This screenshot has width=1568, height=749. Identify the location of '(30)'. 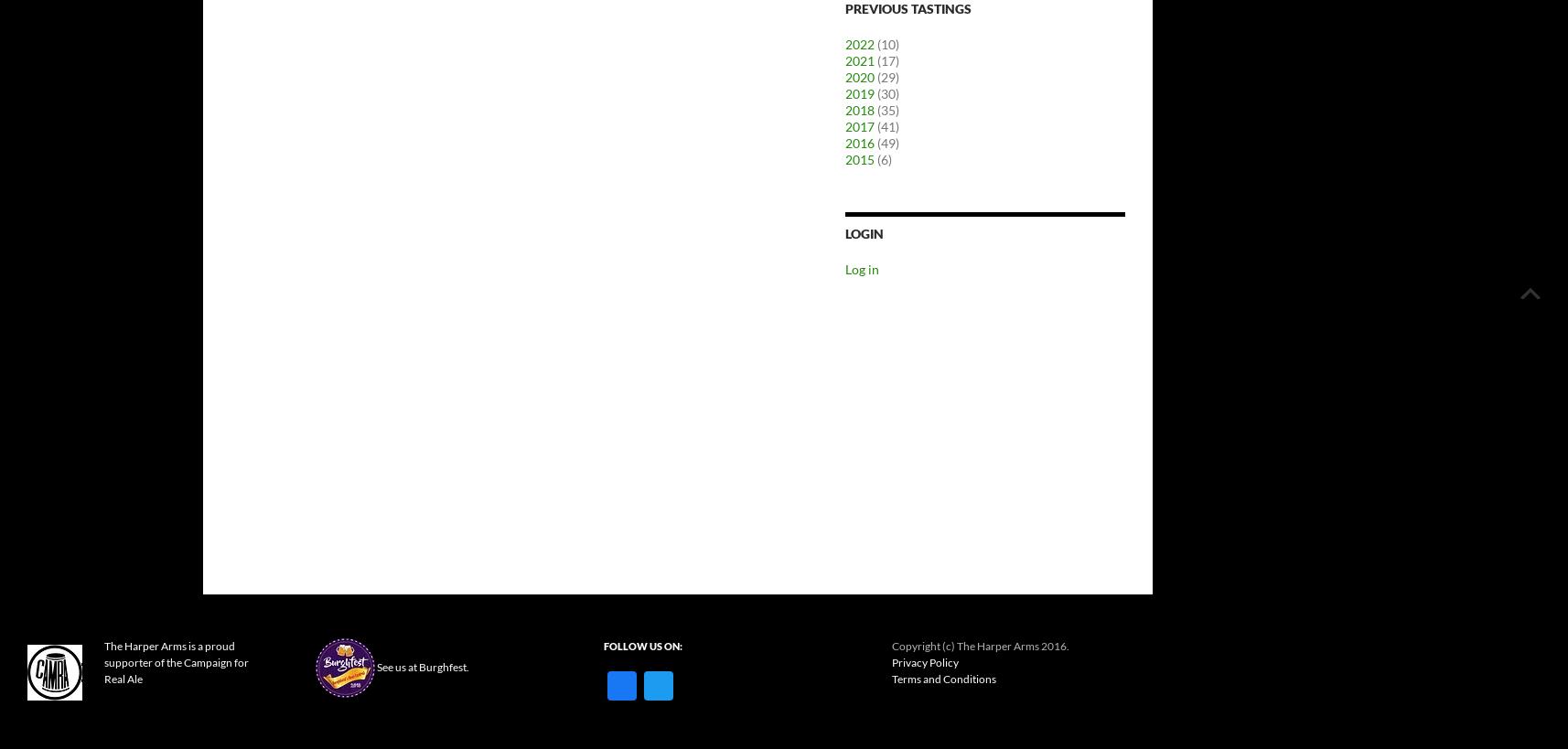
(874, 93).